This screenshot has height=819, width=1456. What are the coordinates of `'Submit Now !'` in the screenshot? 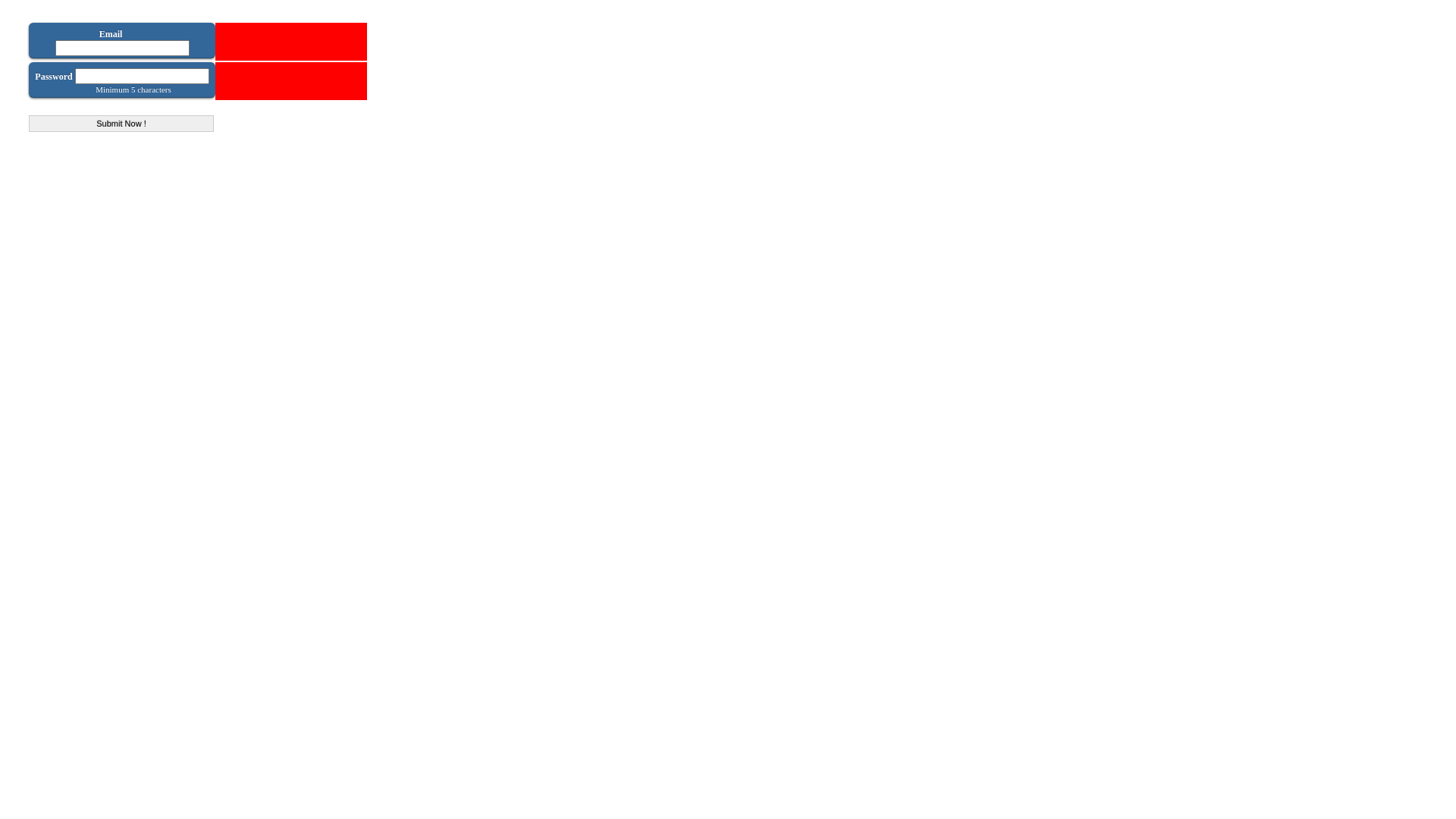 It's located at (120, 122).